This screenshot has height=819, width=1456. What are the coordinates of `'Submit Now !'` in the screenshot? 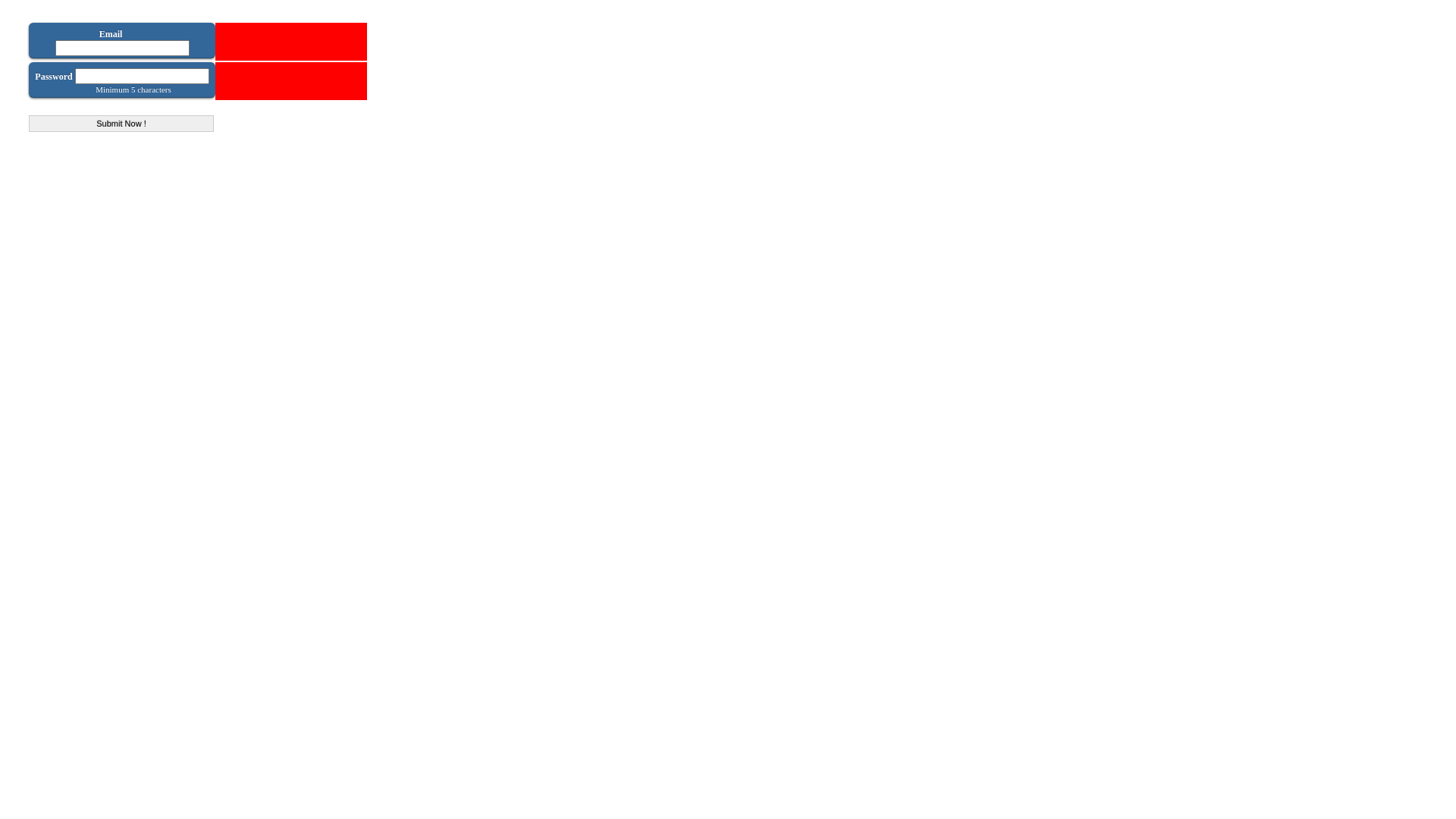 It's located at (120, 122).